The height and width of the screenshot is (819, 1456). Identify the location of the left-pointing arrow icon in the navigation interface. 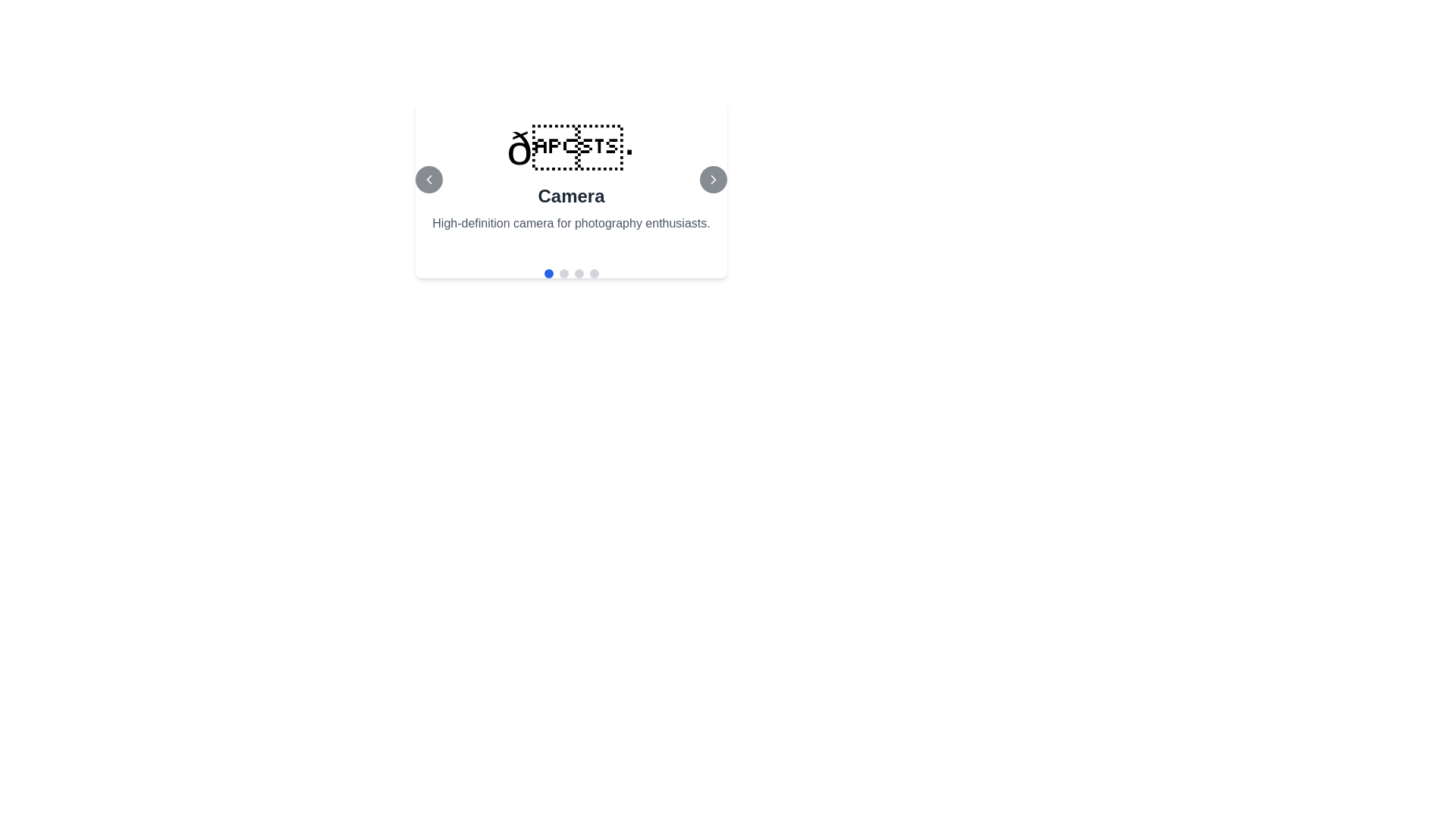
(428, 178).